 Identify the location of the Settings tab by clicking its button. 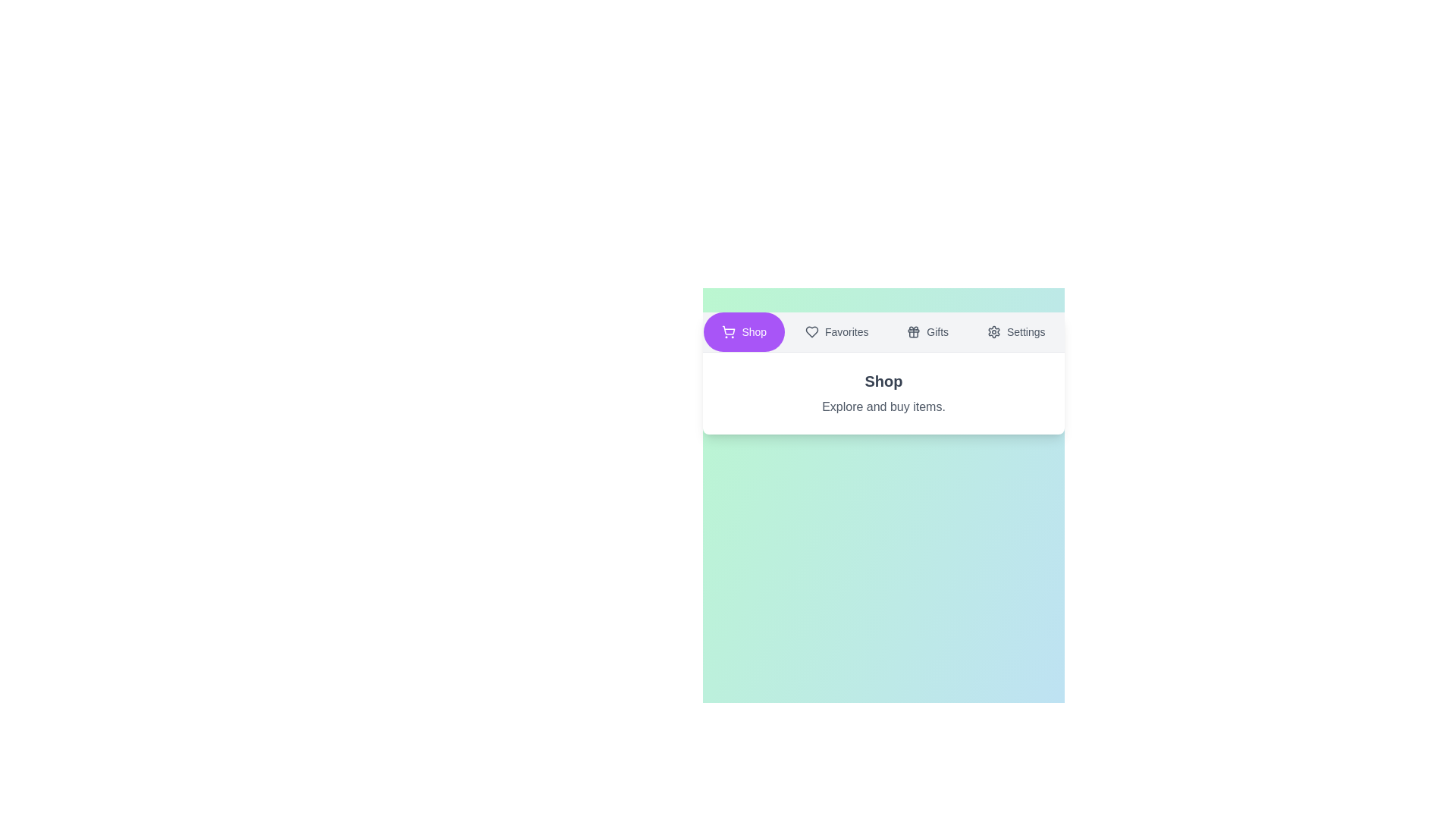
(1016, 331).